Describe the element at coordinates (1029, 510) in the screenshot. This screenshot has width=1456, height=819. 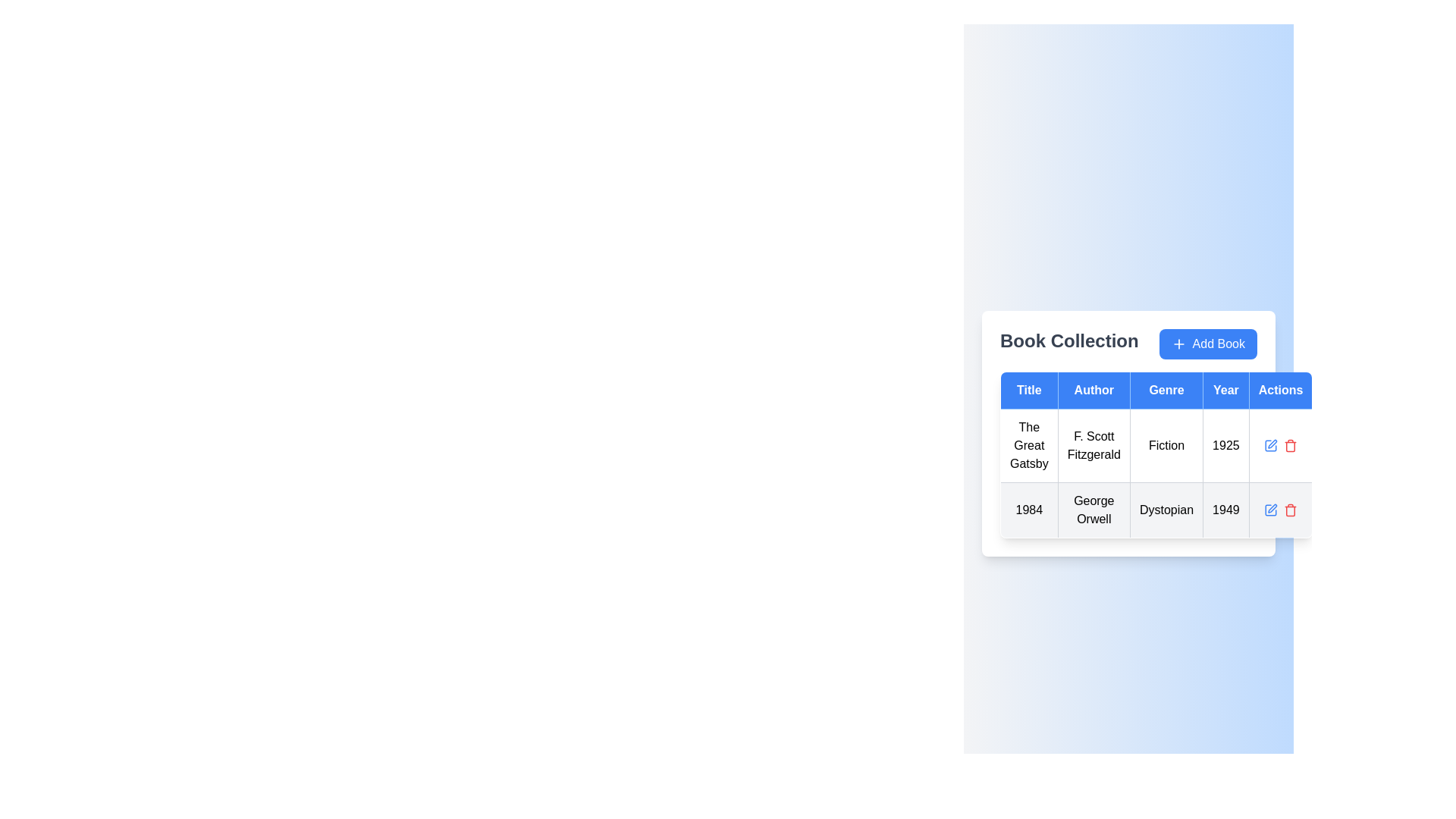
I see `the static table cell displaying the text '1984', which is the first visible cell in the second row of the table under the 'Title' column` at that location.